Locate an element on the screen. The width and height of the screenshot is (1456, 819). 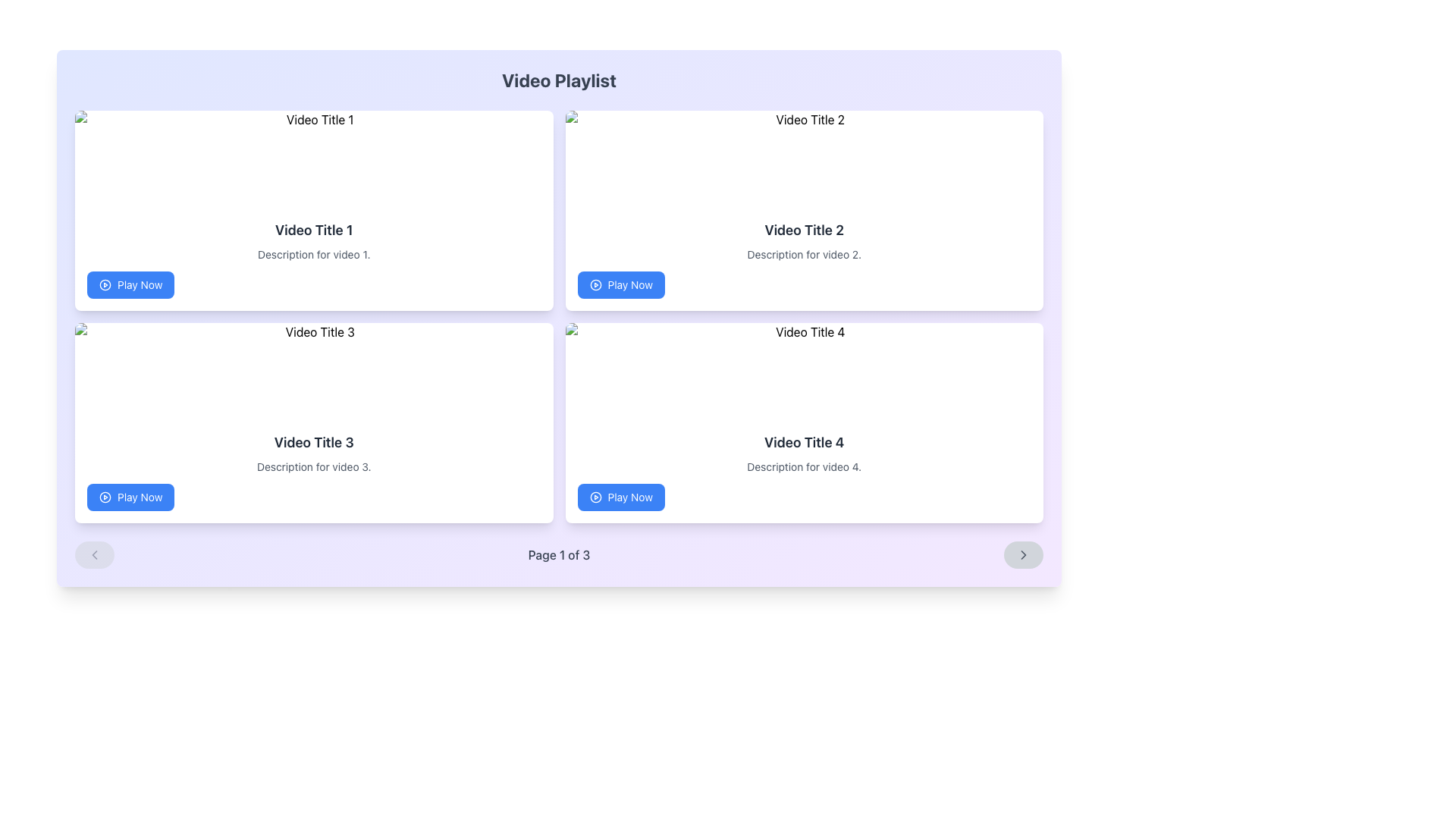
the thumbnail image representing 'Video Title 1' to possibly see a tooltip is located at coordinates (313, 158).